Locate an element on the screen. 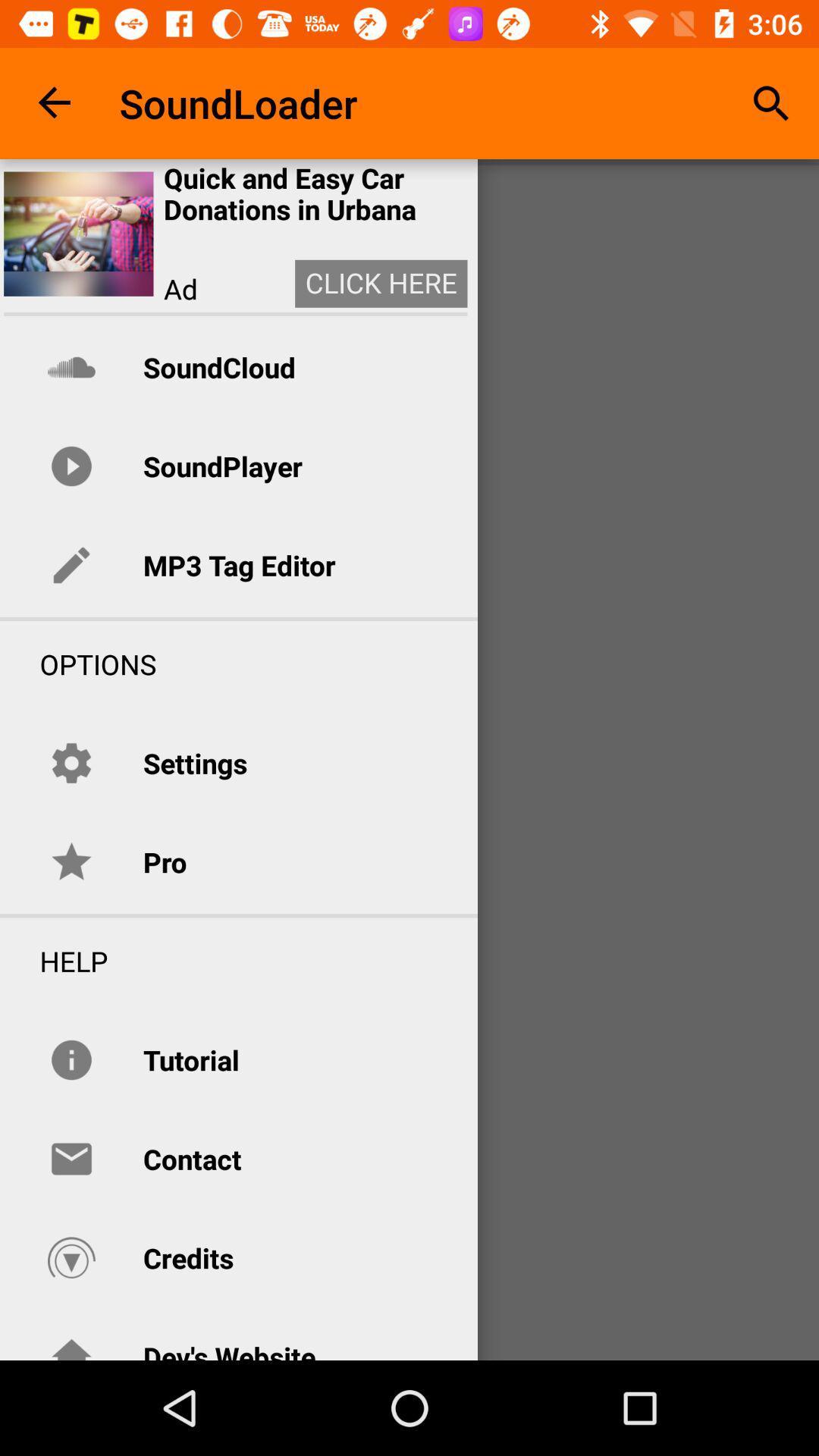  the options item is located at coordinates (78, 664).